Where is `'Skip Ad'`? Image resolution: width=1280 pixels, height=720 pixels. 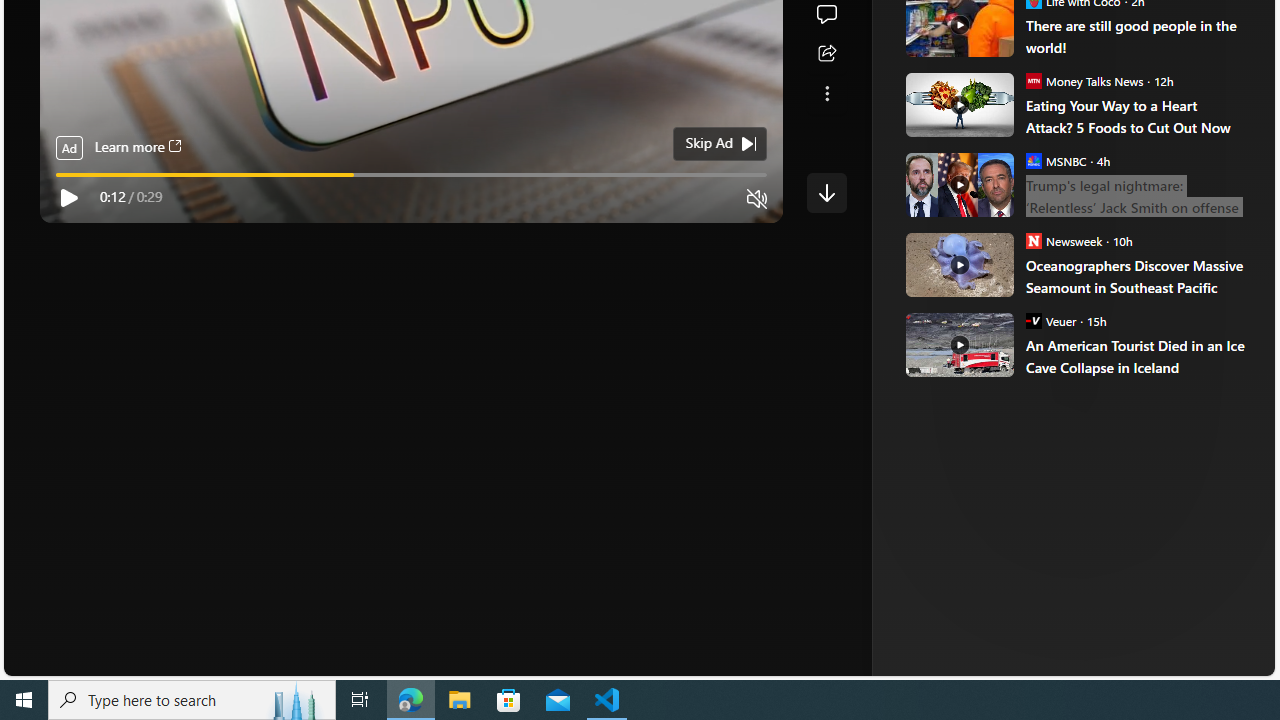
'Skip Ad' is located at coordinates (709, 142).